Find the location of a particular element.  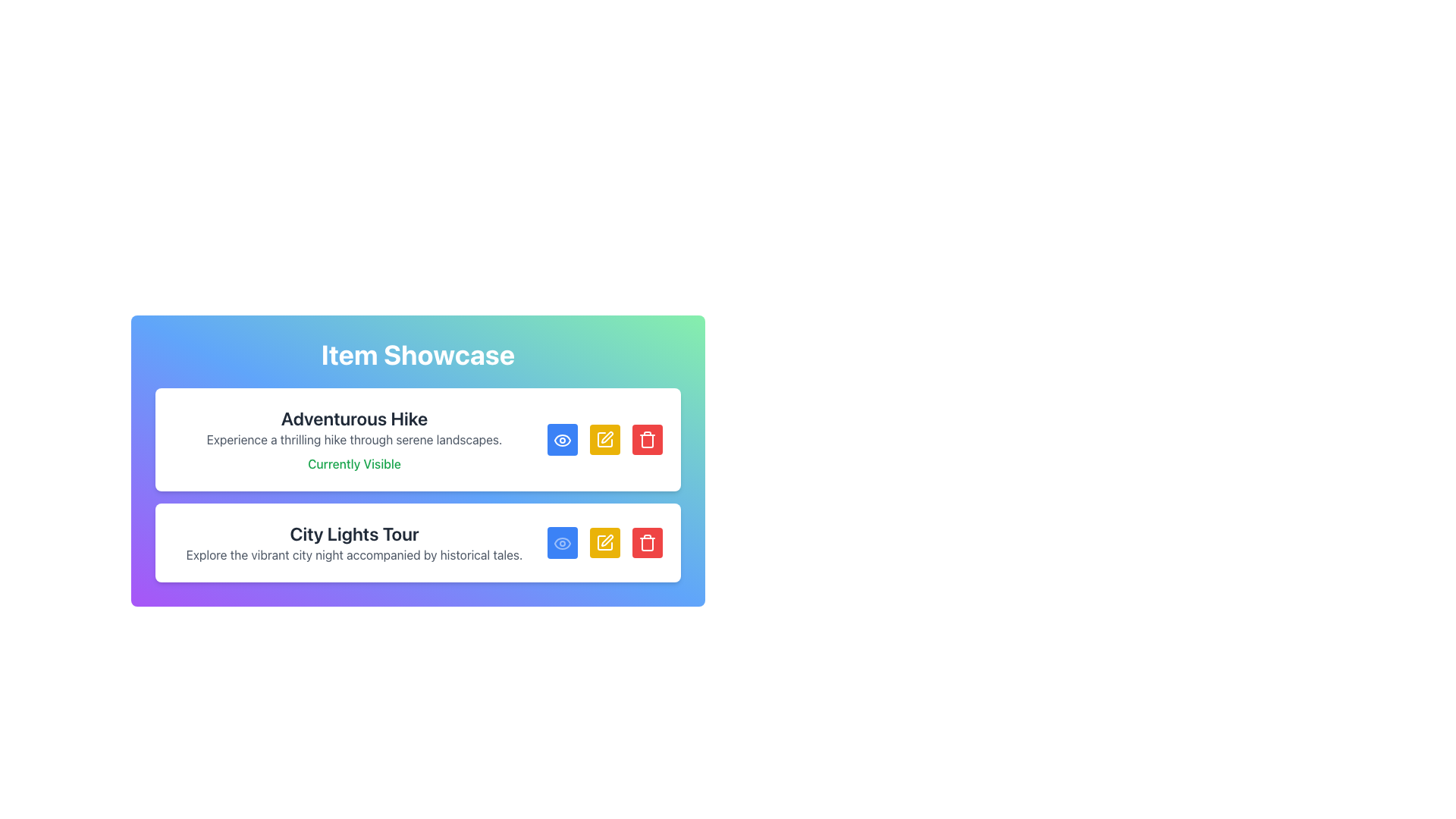

the text element reading 'Experience a thrilling hike through serene landscapes.' which is styled in gray font and located under the title 'Adventurous Hike' and above 'Currently Visible' is located at coordinates (353, 439).